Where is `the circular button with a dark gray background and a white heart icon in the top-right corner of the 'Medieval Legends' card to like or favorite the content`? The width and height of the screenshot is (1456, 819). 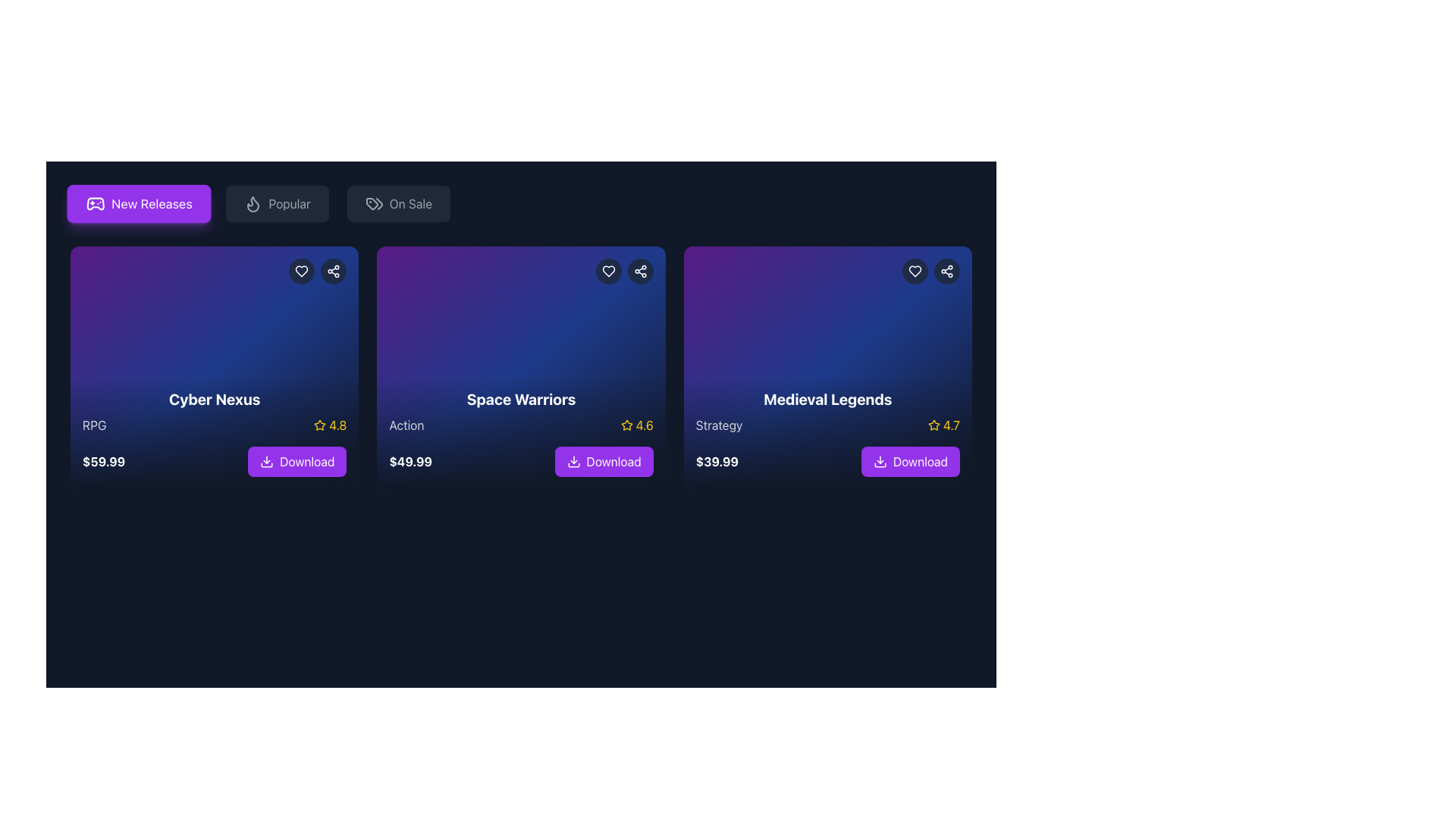 the circular button with a dark gray background and a white heart icon in the top-right corner of the 'Medieval Legends' card to like or favorite the content is located at coordinates (914, 271).